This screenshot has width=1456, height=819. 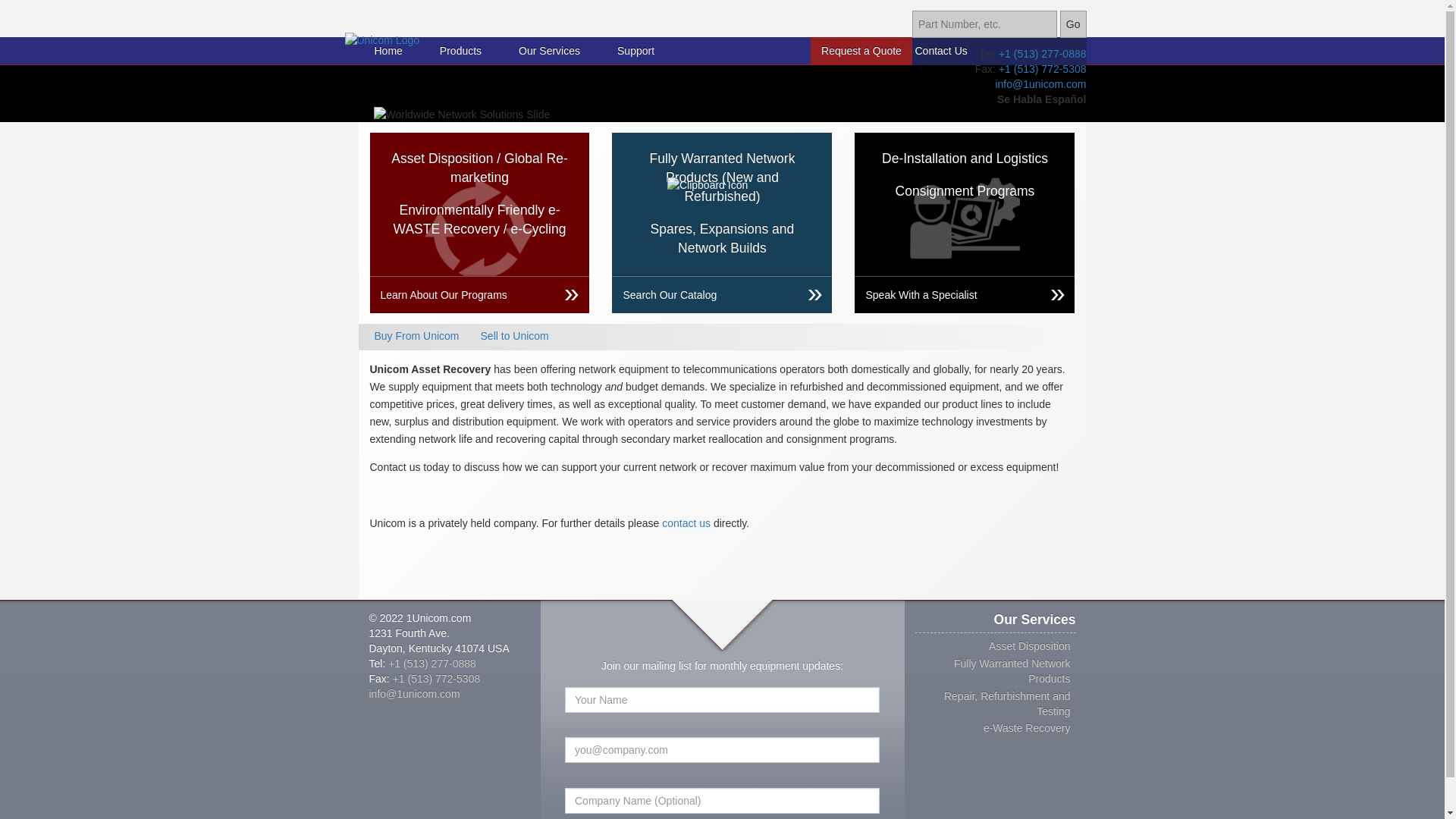 I want to click on 'Support', so click(x=635, y=49).